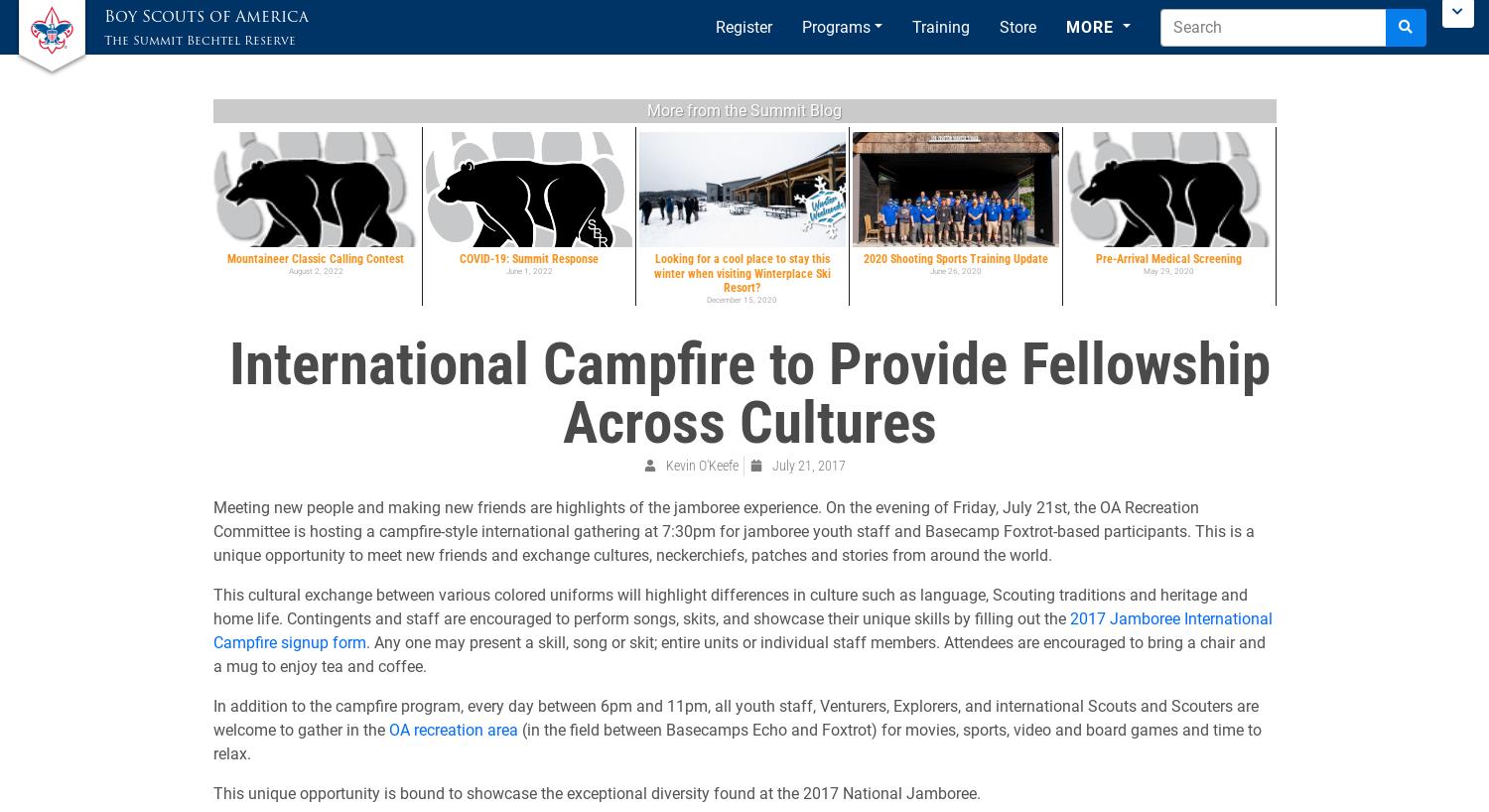  What do you see at coordinates (315, 259) in the screenshot?
I see `'Mountaineer Classic Calling Contest'` at bounding box center [315, 259].